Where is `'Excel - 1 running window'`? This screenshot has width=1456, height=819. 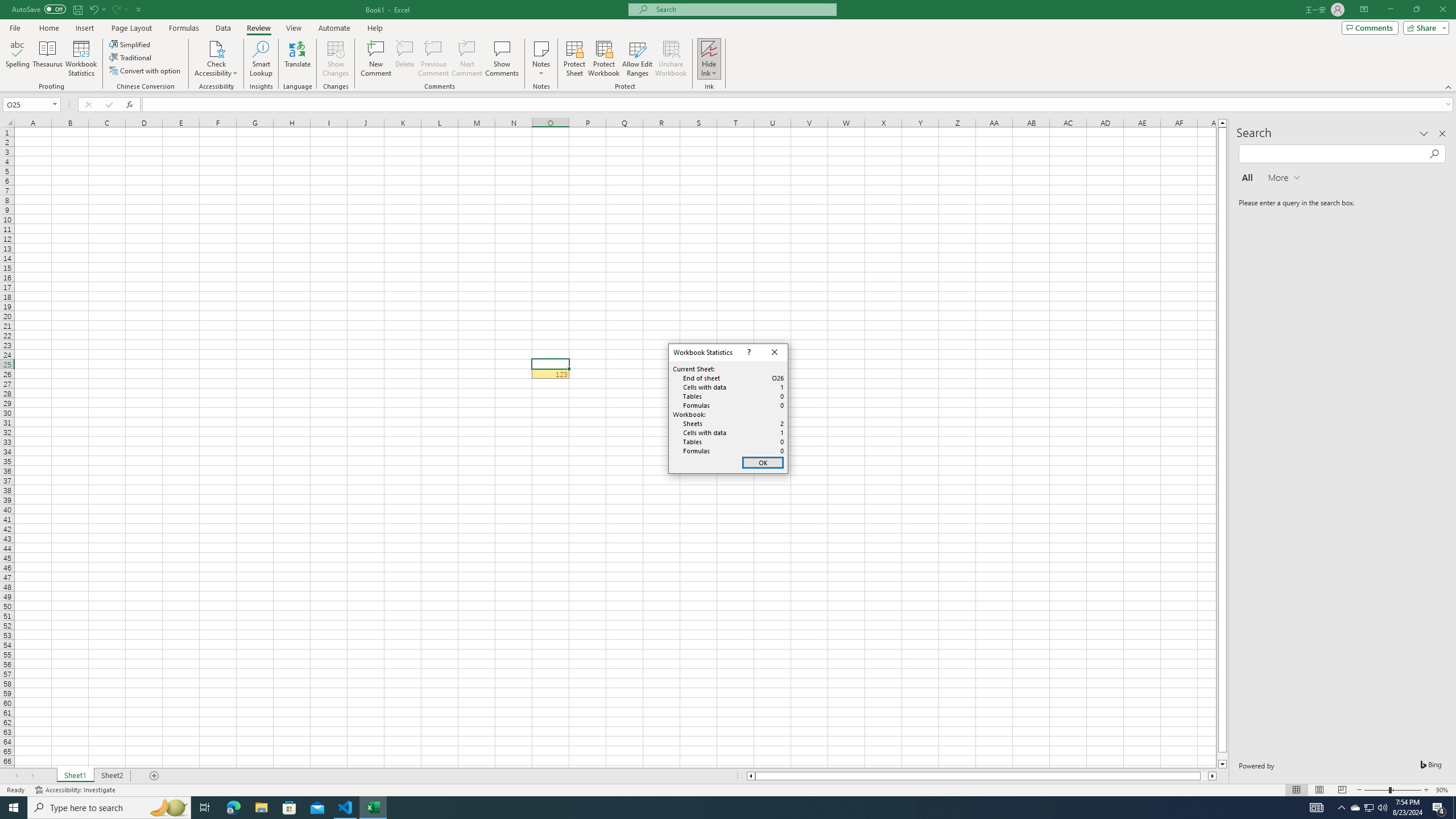 'Excel - 1 running window' is located at coordinates (373, 806).